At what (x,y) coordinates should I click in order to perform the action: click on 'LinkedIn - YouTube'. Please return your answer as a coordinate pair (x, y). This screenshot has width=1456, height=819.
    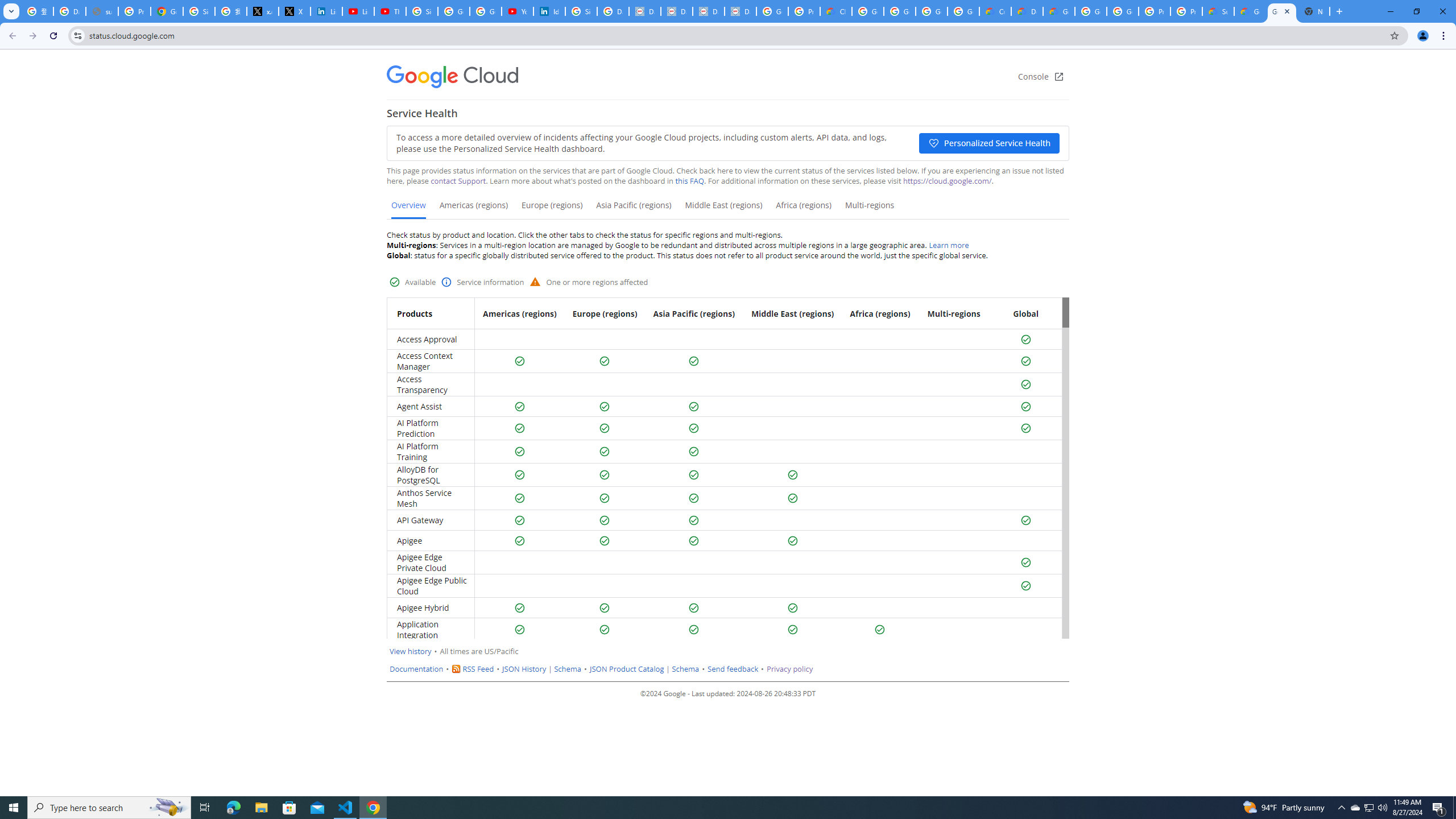
    Looking at the image, I should click on (359, 11).